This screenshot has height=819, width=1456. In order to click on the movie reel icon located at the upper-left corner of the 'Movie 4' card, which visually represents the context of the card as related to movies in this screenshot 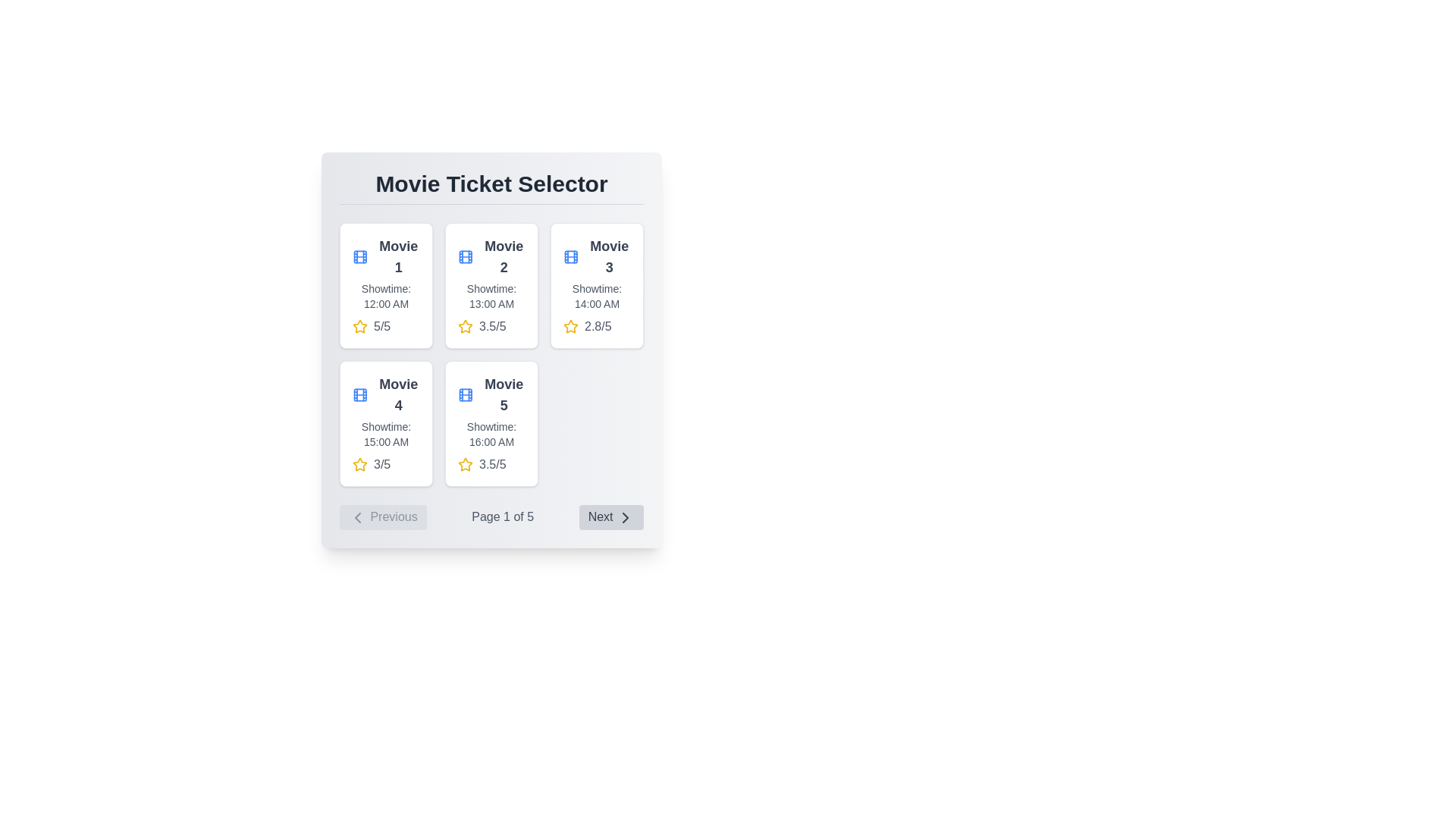, I will do `click(359, 394)`.